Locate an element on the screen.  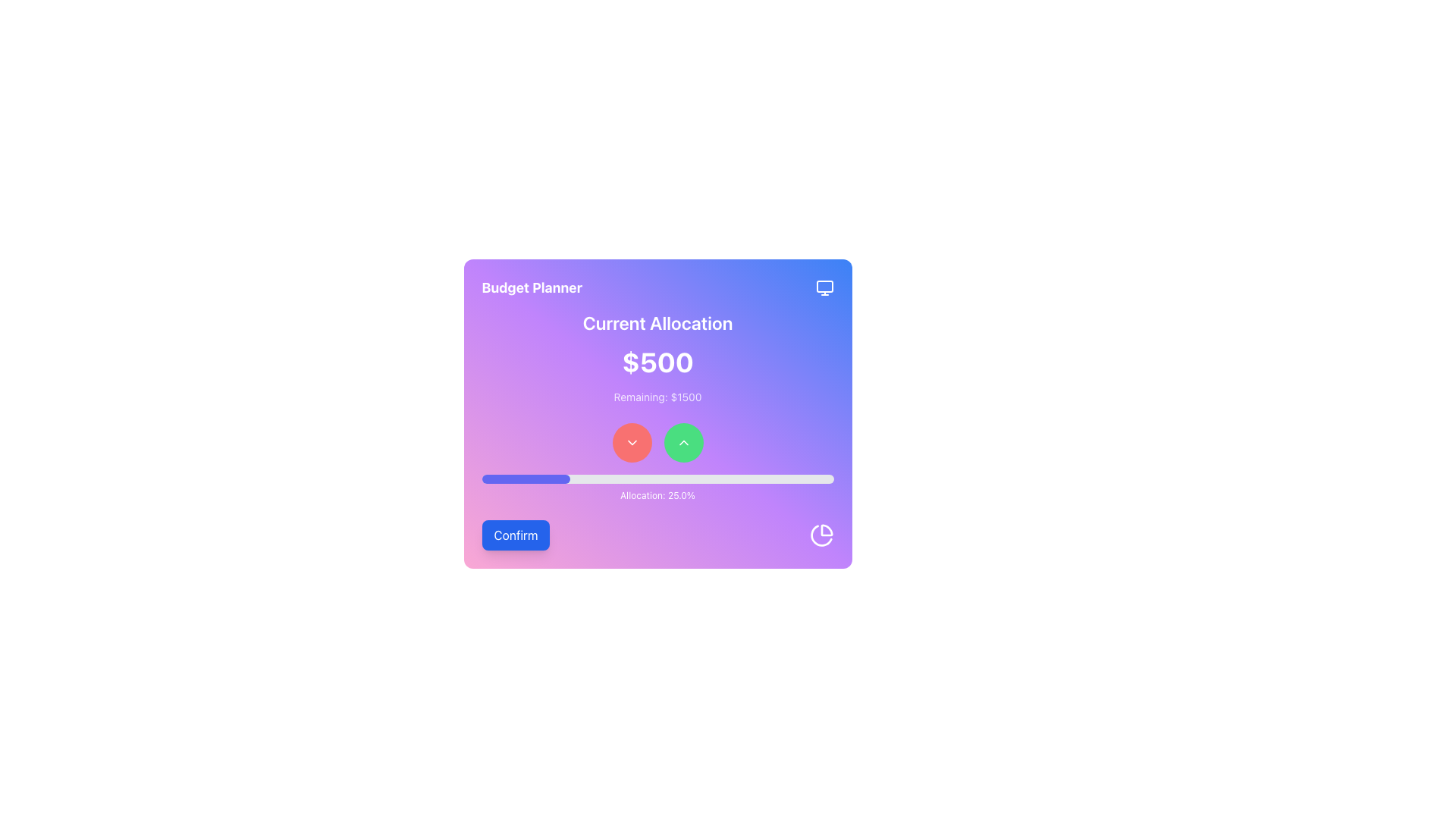
the circular green button with a white upward-pointing chevron is located at coordinates (682, 442).